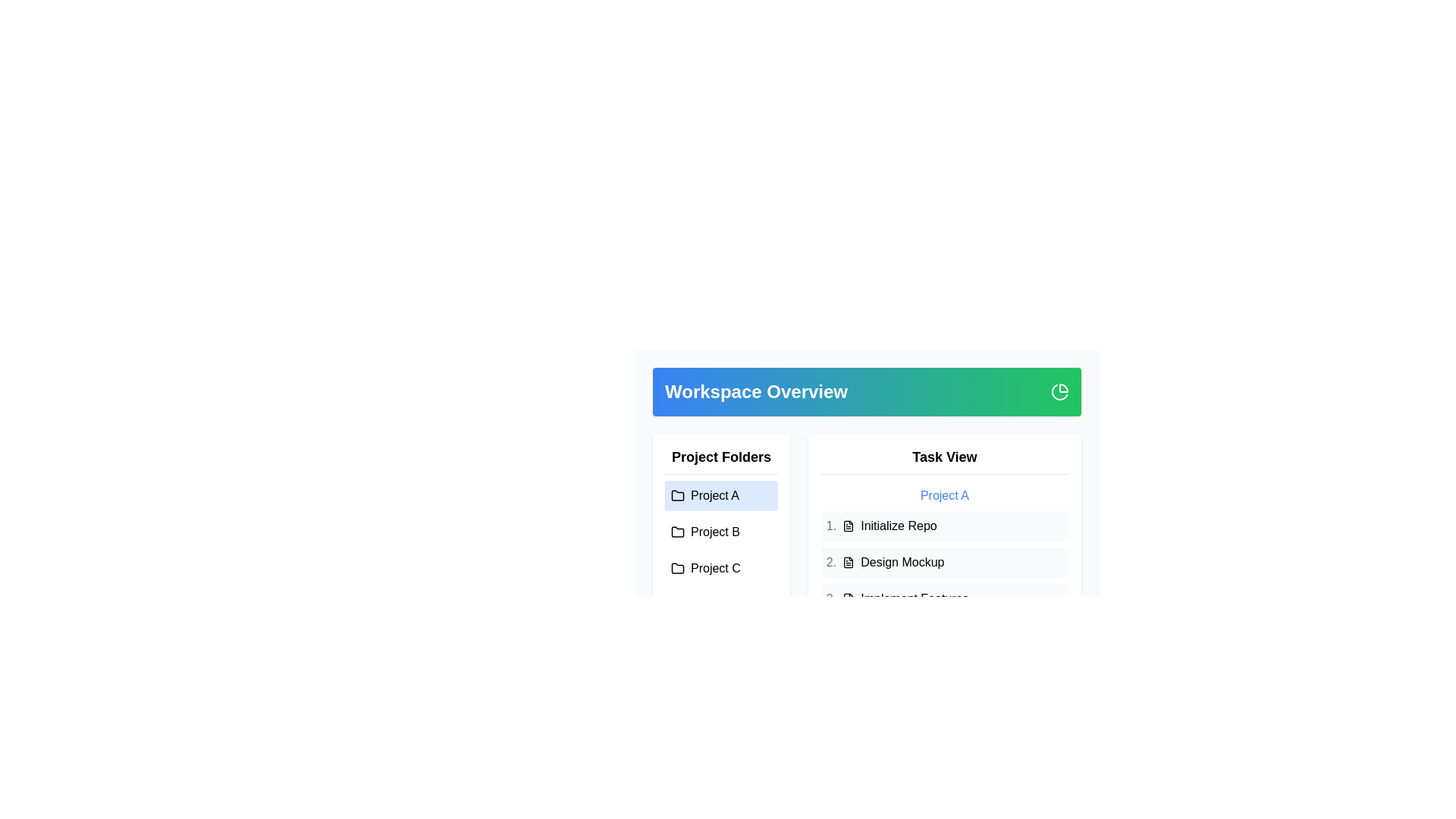  What do you see at coordinates (830, 598) in the screenshot?
I see `the gray-colored number '3.' text label located at the beginning of the third row item in the 'Task View' section of the workspace dashboard` at bounding box center [830, 598].